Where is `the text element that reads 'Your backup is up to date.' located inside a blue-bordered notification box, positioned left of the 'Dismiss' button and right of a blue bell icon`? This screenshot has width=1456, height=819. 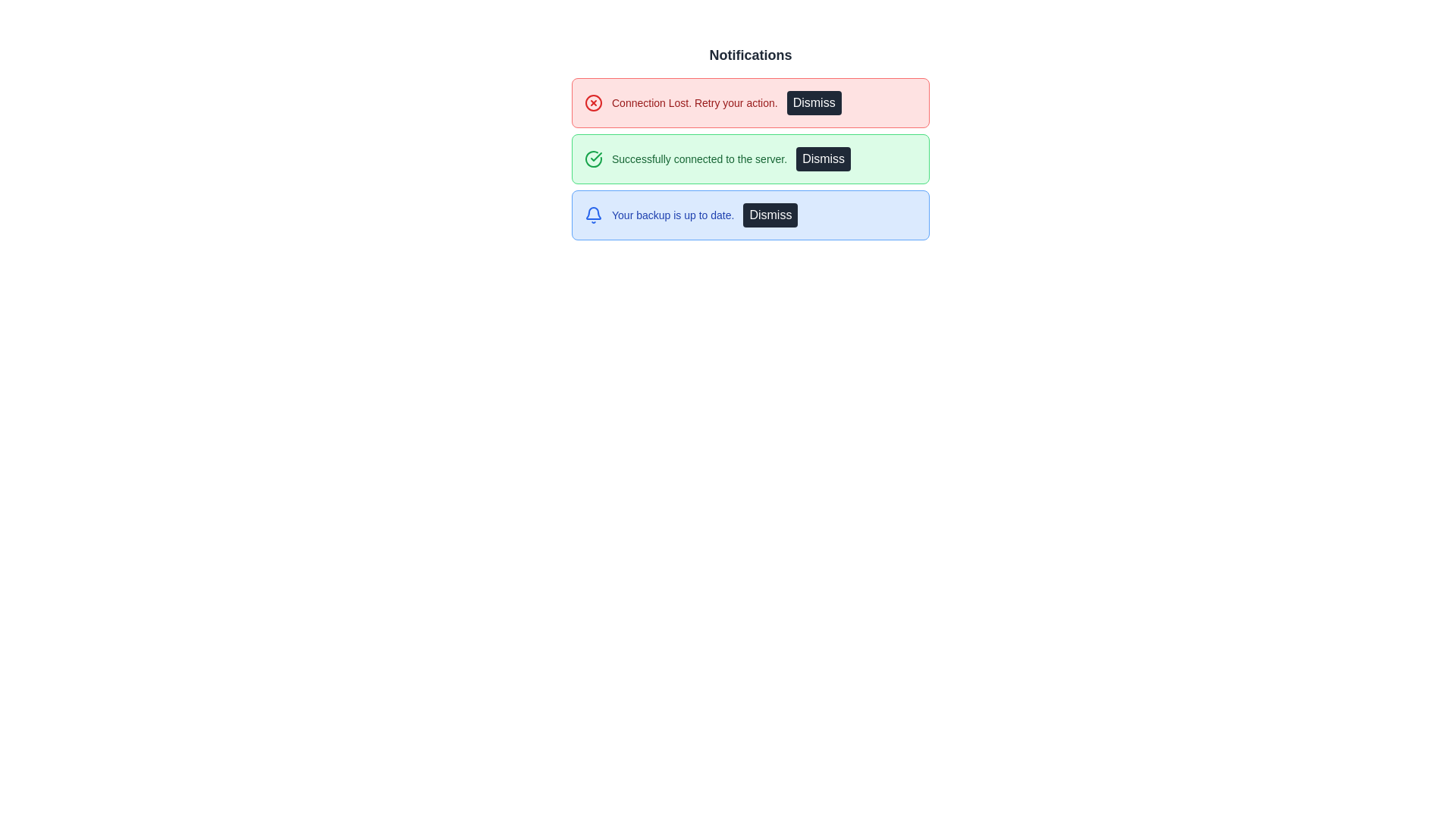 the text element that reads 'Your backup is up to date.' located inside a blue-bordered notification box, positioned left of the 'Dismiss' button and right of a blue bell icon is located at coordinates (672, 215).